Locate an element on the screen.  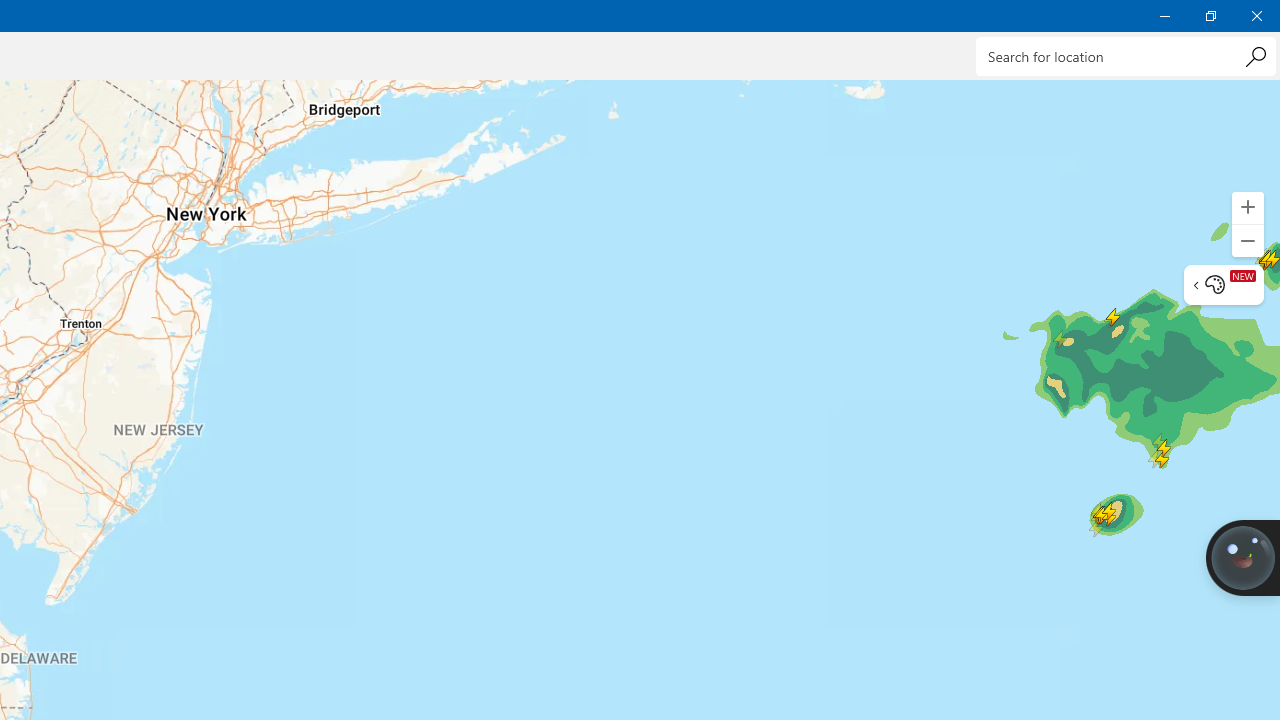
'Restore Weather' is located at coordinates (1209, 15).